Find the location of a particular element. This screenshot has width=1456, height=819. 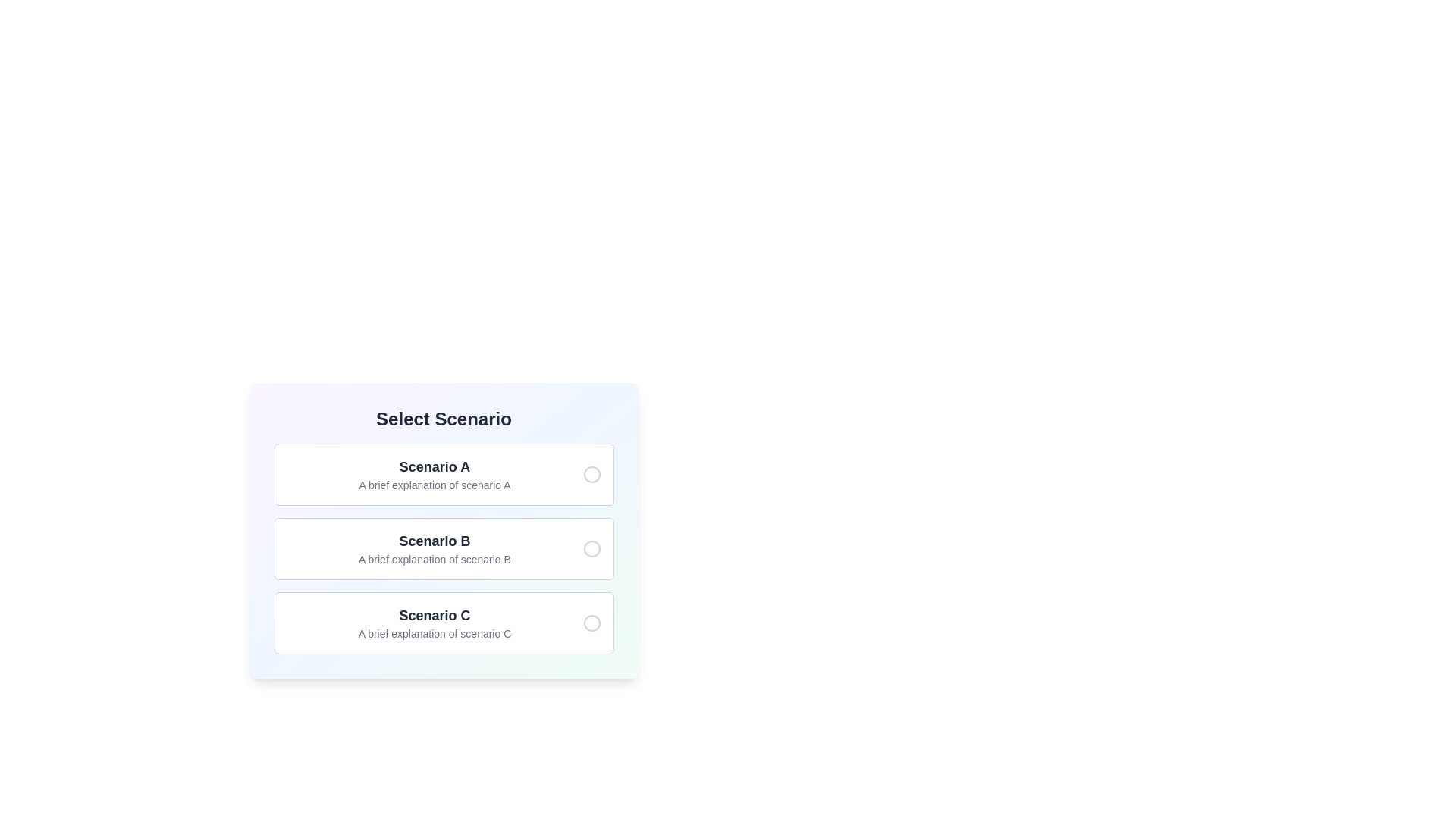

the text label reading 'Scenario A', which is styled in bold with a larger font size and dark gray color, located in the 'Select Scenario' section above a smaller text description is located at coordinates (434, 466).